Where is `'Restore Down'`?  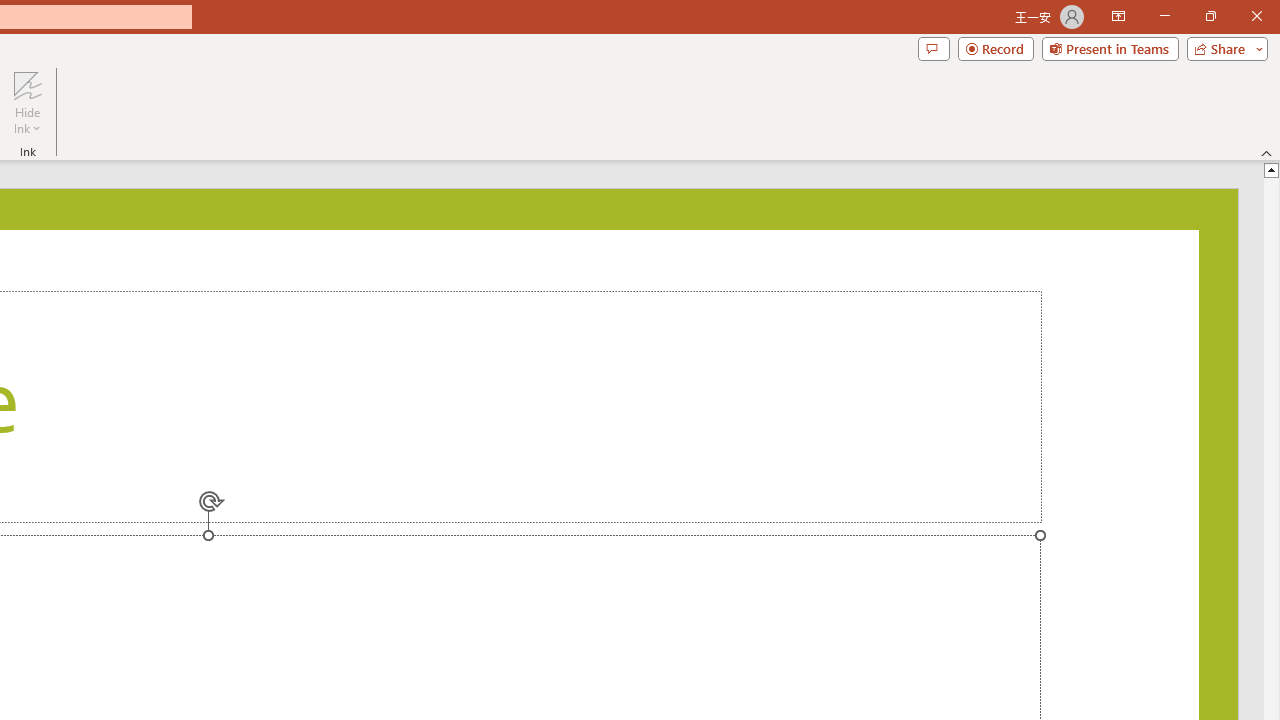 'Restore Down' is located at coordinates (1209, 16).